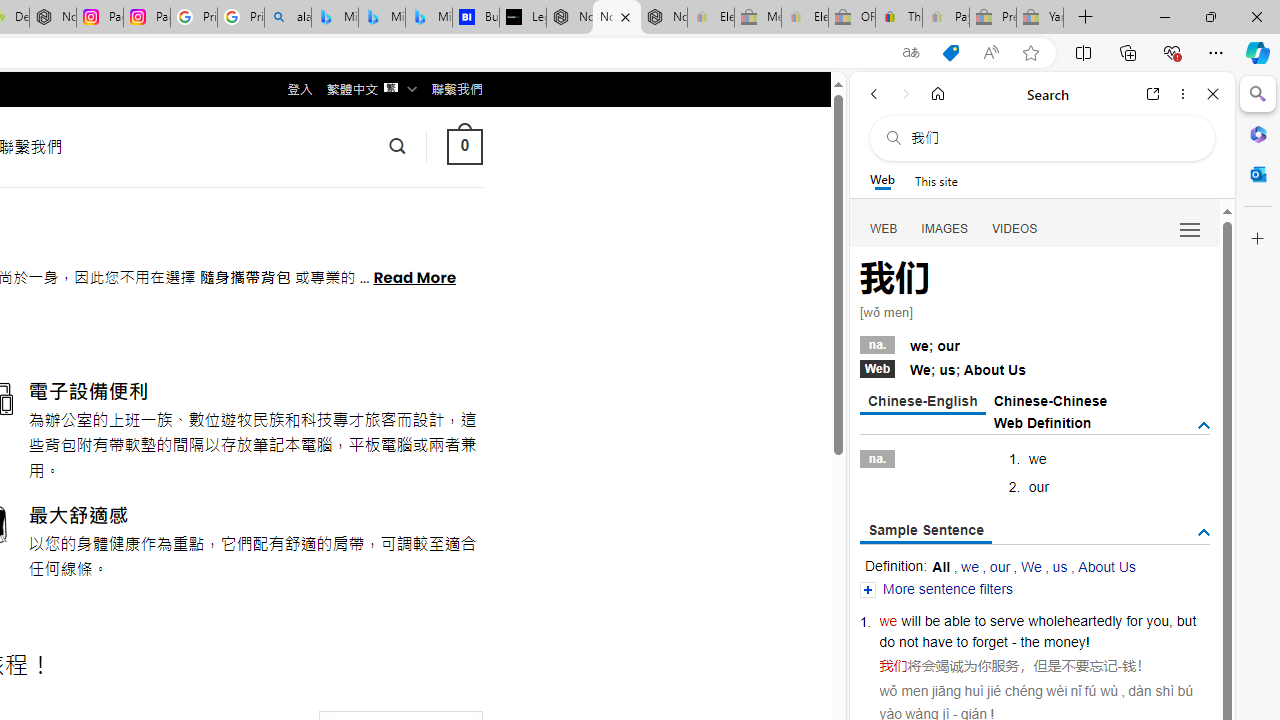 This screenshot has height=720, width=1280. Describe the element at coordinates (463, 145) in the screenshot. I see `' 0 '` at that location.